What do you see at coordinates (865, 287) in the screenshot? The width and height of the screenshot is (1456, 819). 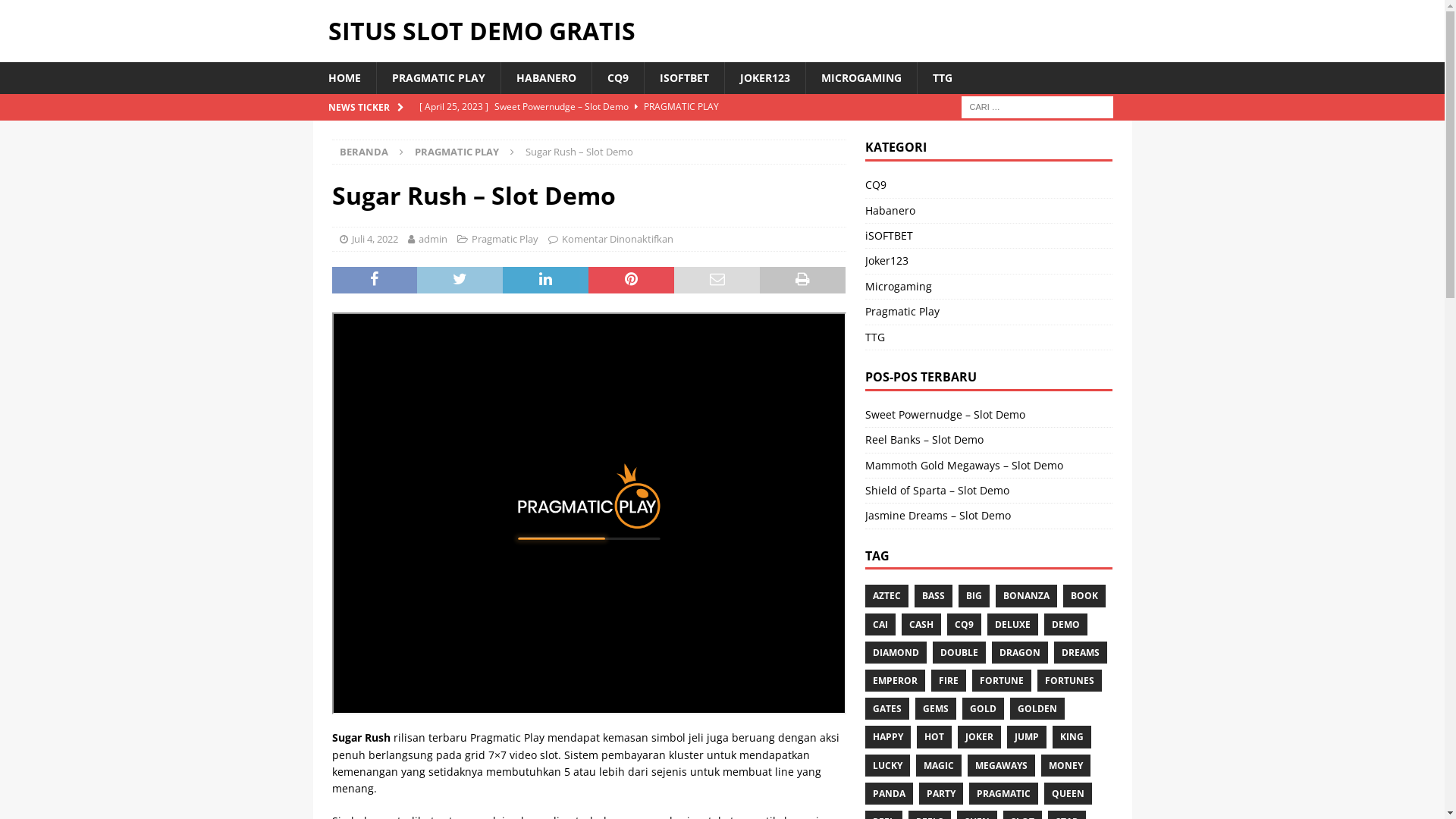 I see `'Microgaming'` at bounding box center [865, 287].